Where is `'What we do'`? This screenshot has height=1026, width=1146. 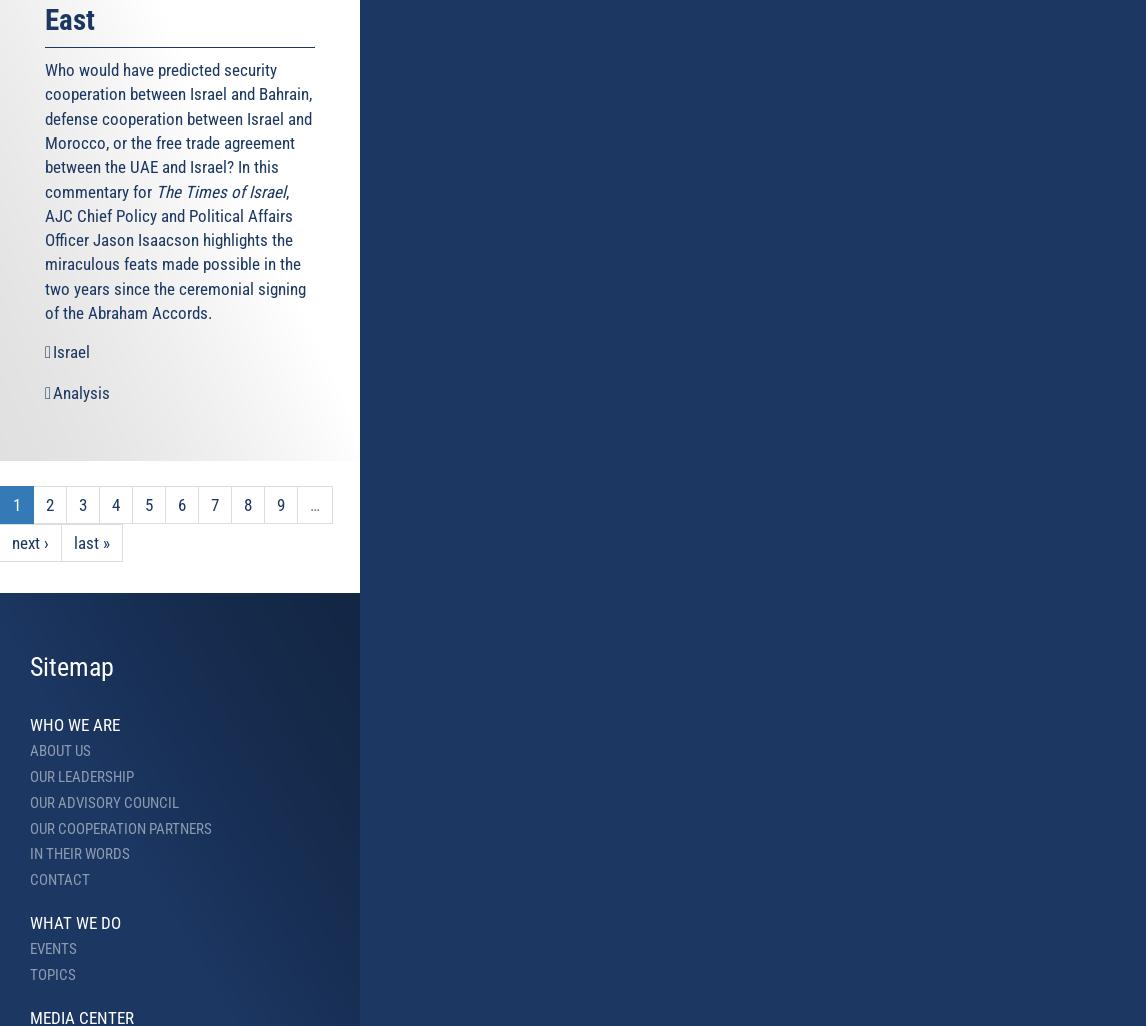
'What we do' is located at coordinates (30, 921).